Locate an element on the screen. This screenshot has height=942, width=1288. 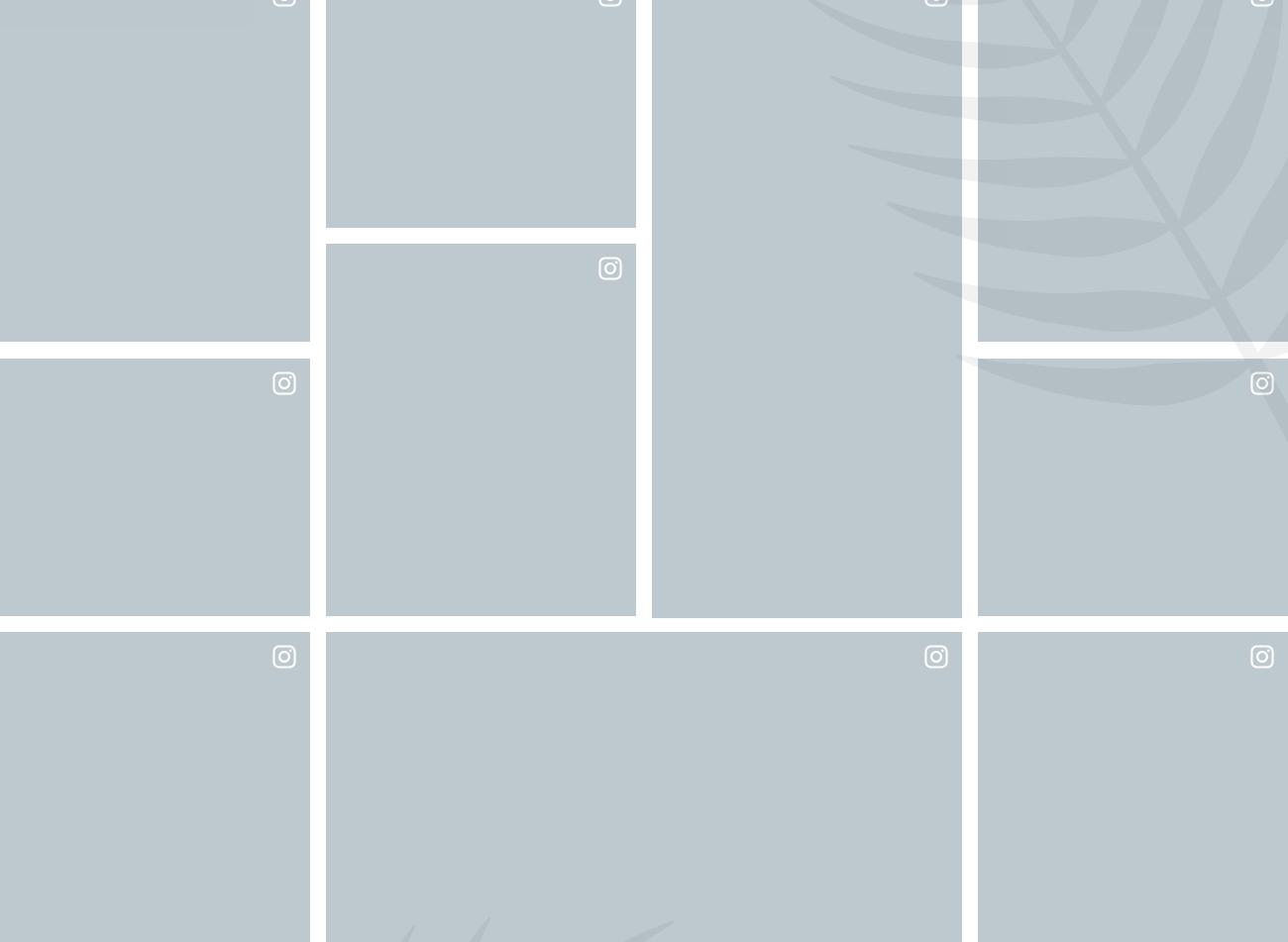
'👭 Grab your favorite person and escape to the American Riviera! Our oceanfront hotel is the perfect base to explore eve...' is located at coordinates (479, 125).